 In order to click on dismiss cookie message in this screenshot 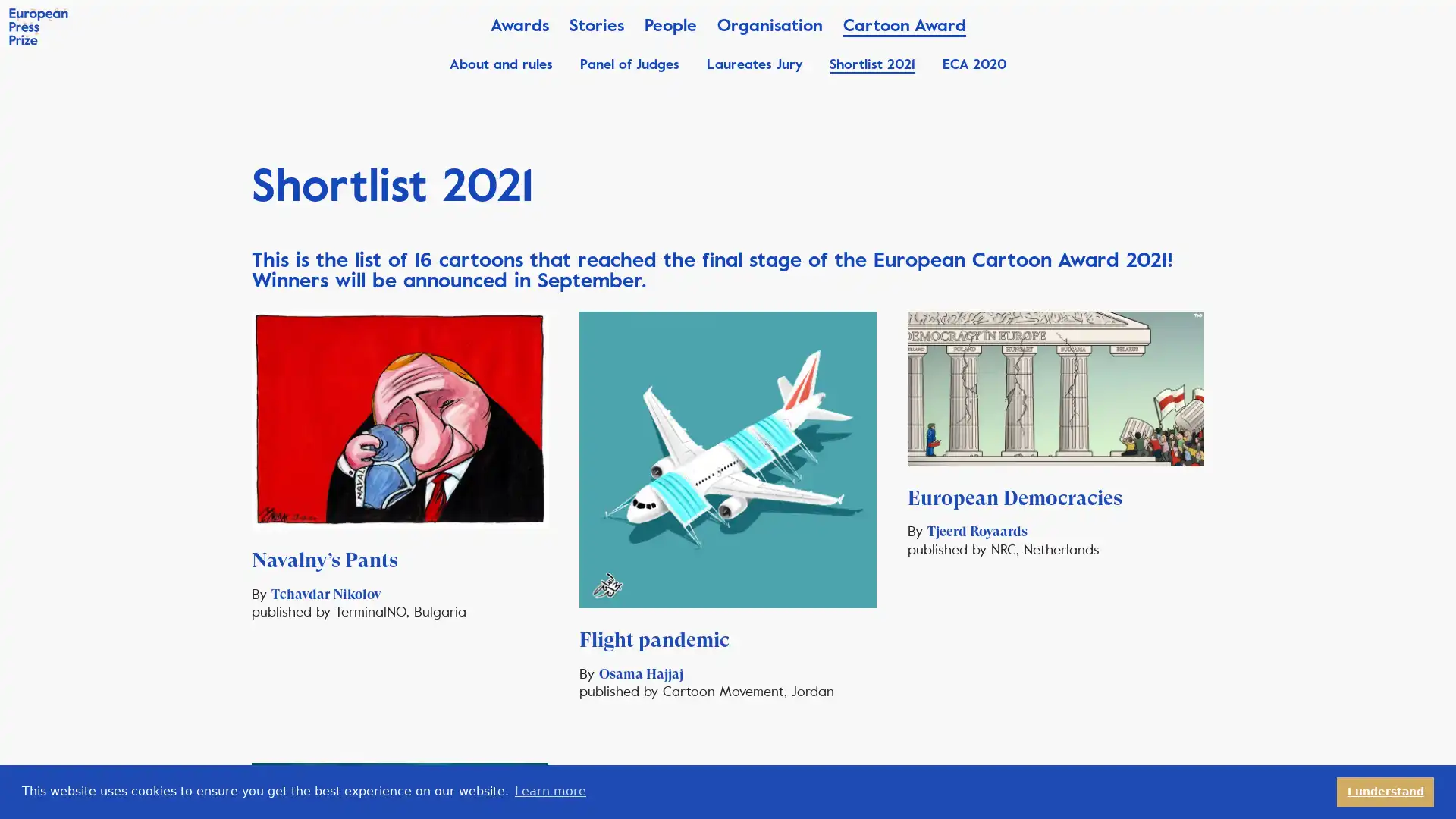, I will do `click(1385, 791)`.